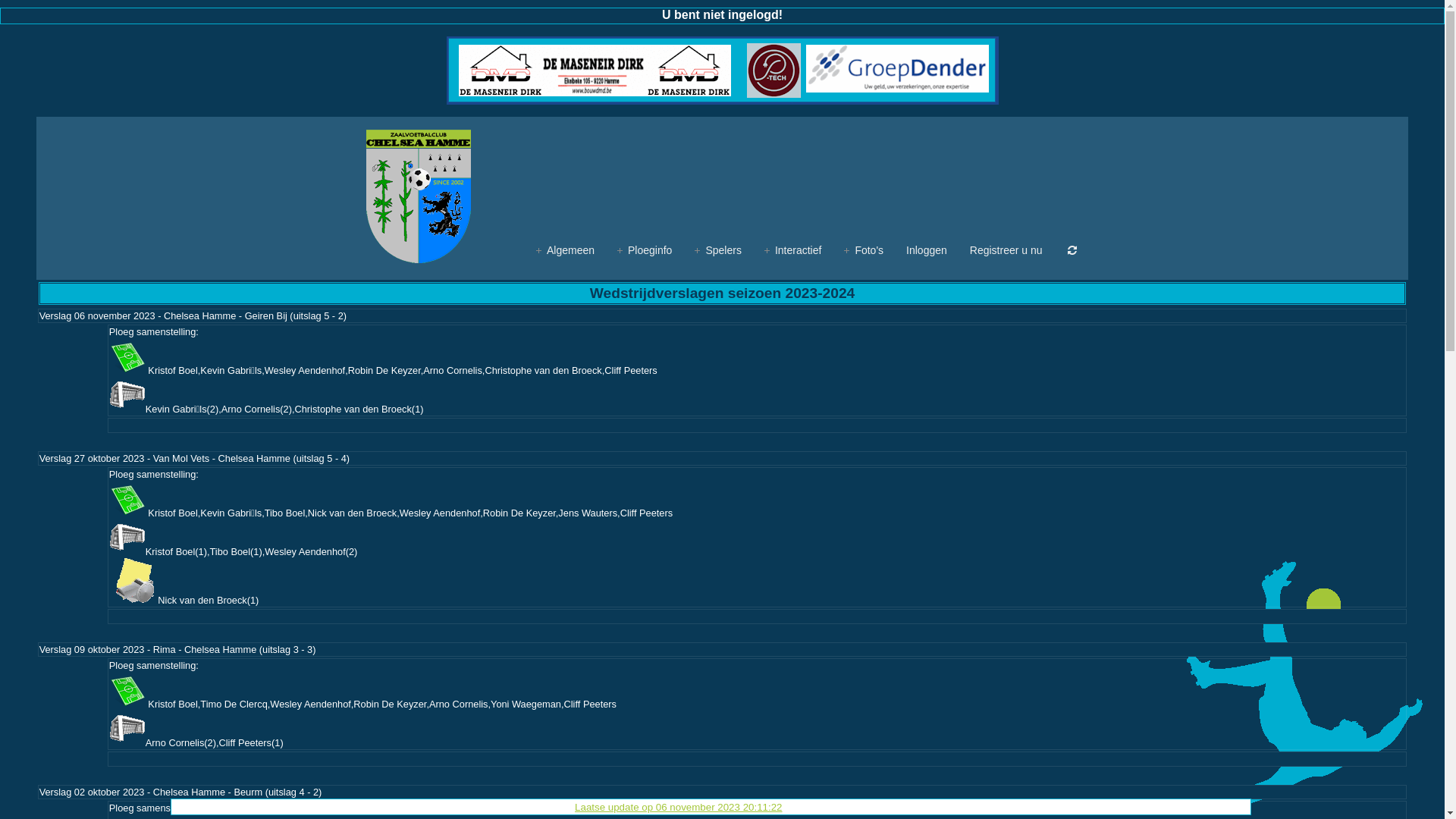  I want to click on 'Laatse update op 06 november 2023 20:11:22', so click(677, 806).